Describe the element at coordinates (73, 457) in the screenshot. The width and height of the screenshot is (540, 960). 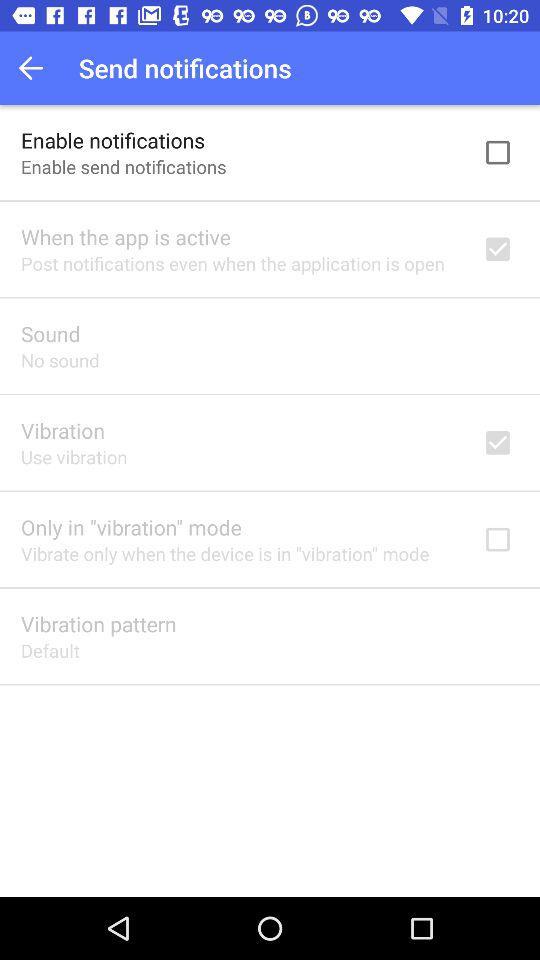
I see `use vibration item` at that location.